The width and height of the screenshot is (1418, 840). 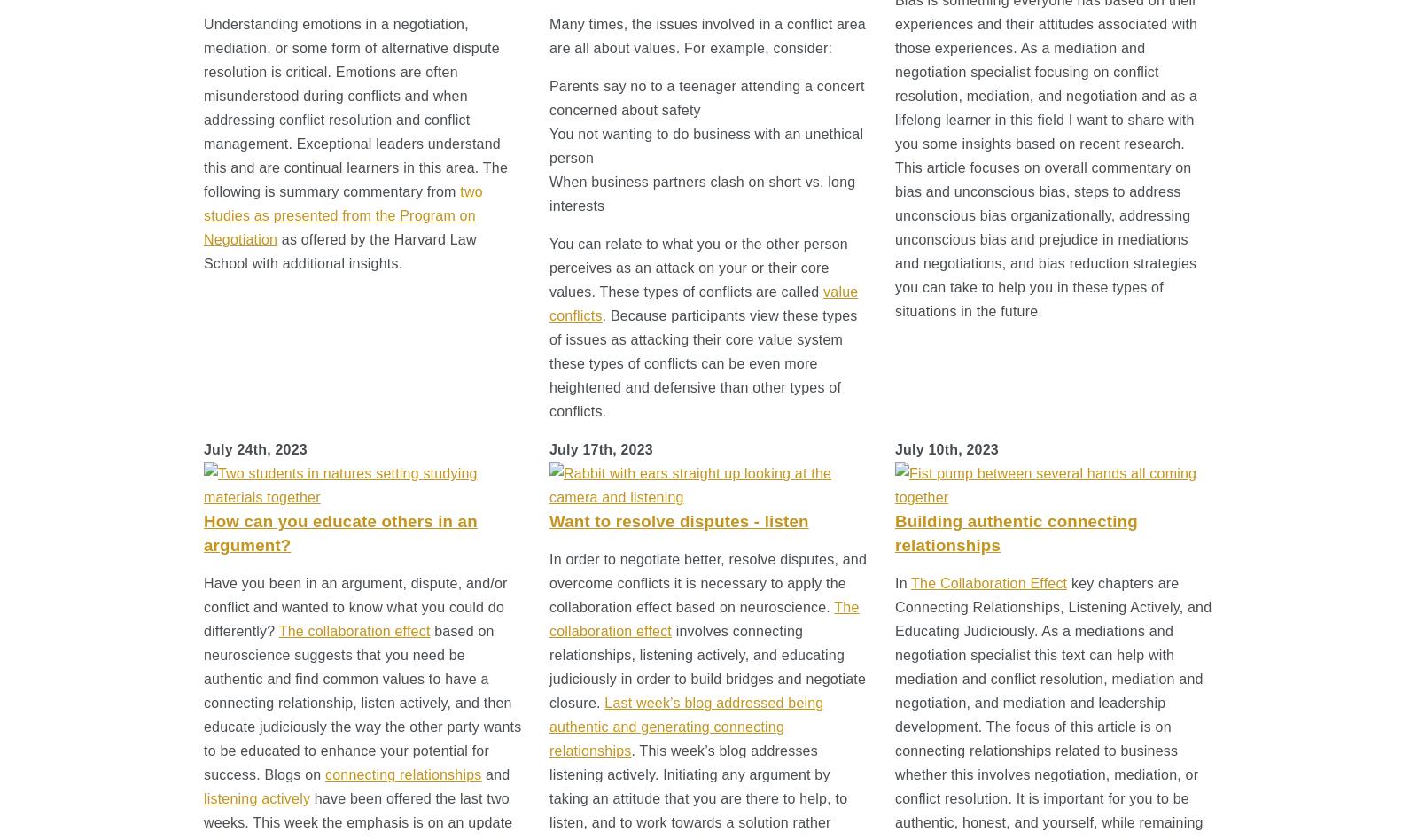 What do you see at coordinates (343, 215) in the screenshot?
I see `'two studies as presented from the Program on Negotiation'` at bounding box center [343, 215].